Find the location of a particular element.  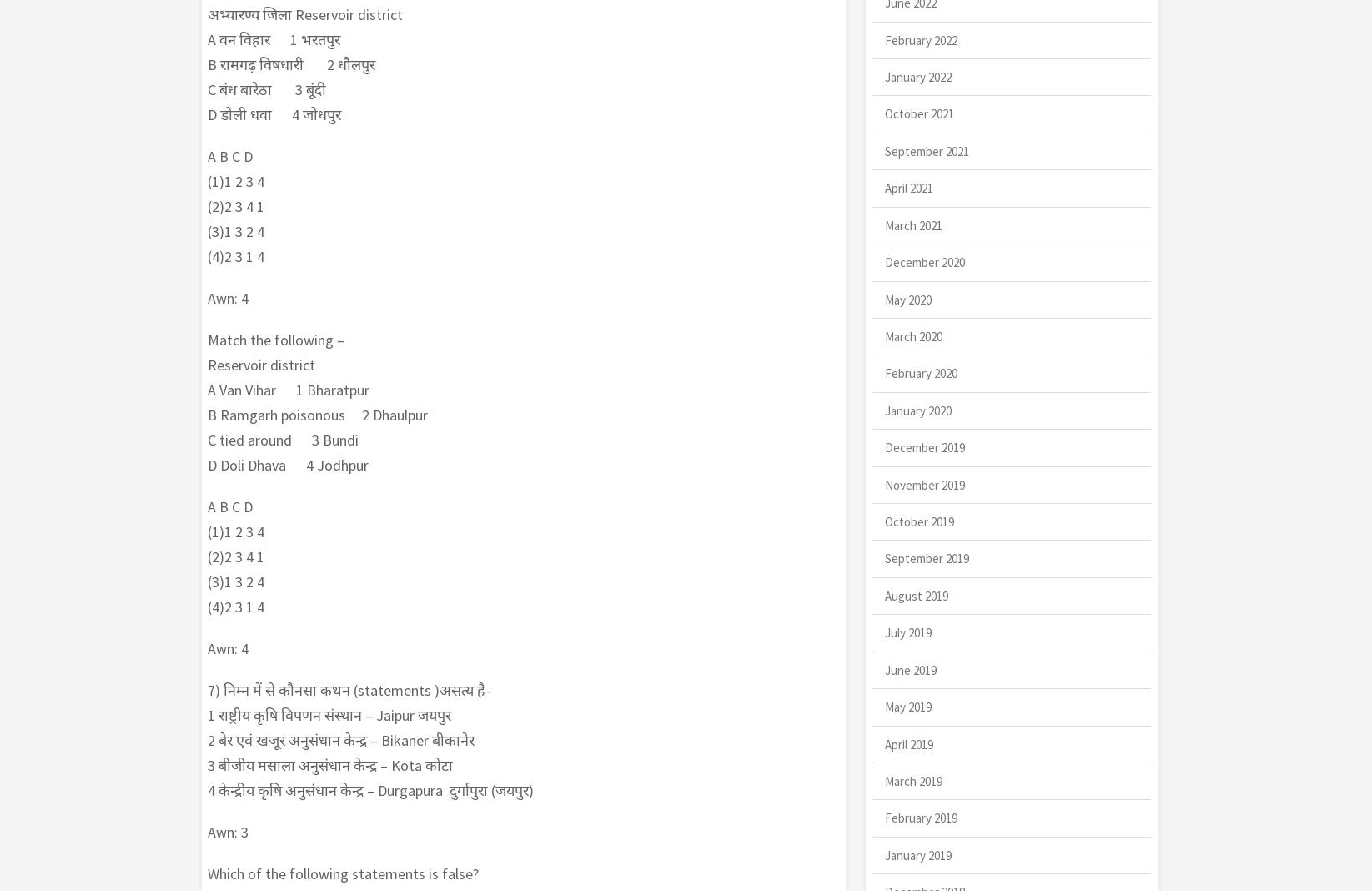

'January 2019' is located at coordinates (883, 854).